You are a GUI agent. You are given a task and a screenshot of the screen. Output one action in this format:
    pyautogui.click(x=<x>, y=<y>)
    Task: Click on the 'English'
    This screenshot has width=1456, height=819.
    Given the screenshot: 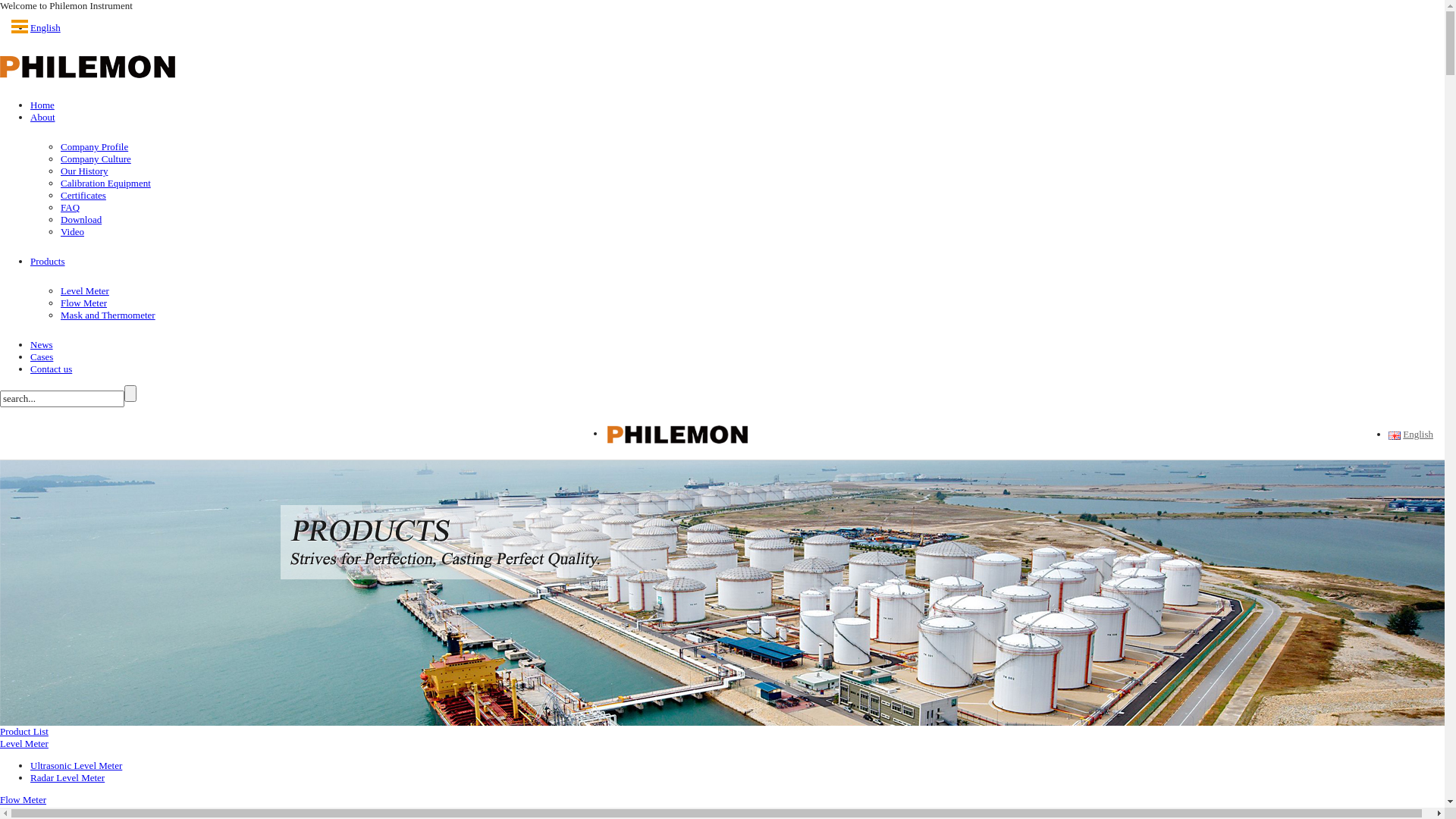 What is the action you would take?
    pyautogui.click(x=45, y=27)
    